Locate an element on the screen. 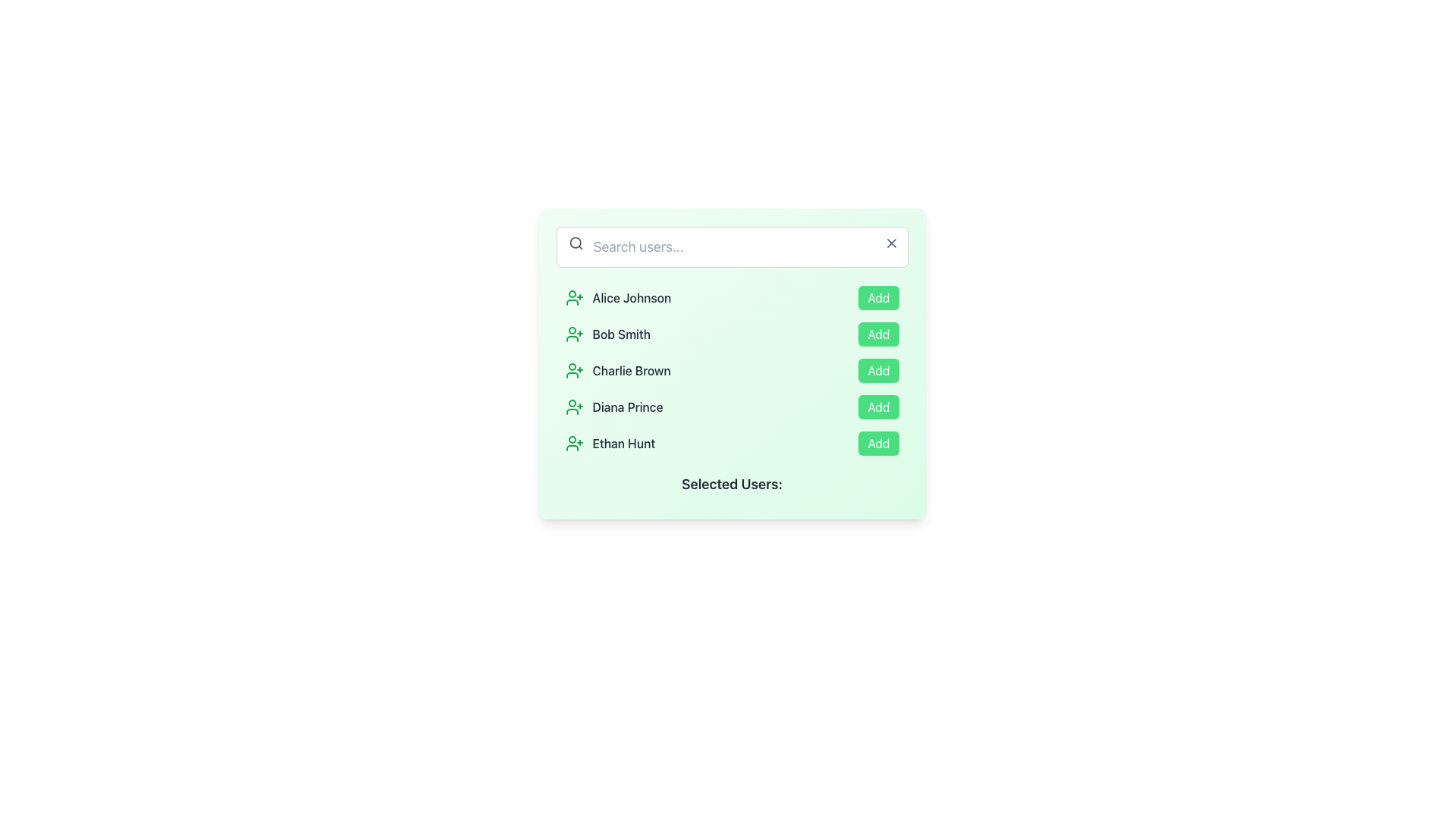  the user icon representing 'Ethan Hunt' located at the leftmost side of the user selection list is located at coordinates (573, 444).